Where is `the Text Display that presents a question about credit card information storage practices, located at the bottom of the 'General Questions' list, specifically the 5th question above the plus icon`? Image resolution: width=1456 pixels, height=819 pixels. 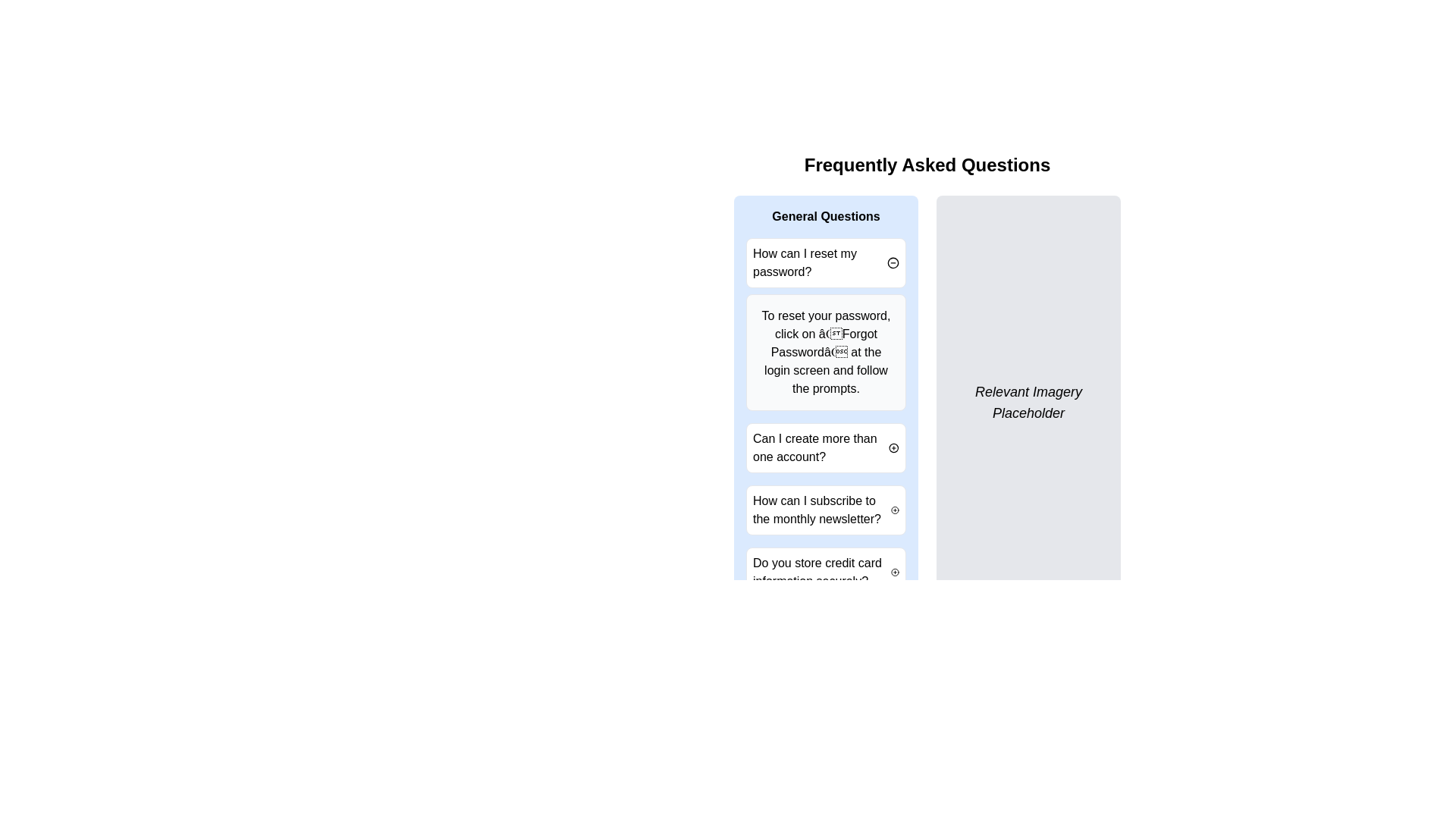
the Text Display that presents a question about credit card information storage practices, located at the bottom of the 'General Questions' list, specifically the 5th question above the plus icon is located at coordinates (821, 573).